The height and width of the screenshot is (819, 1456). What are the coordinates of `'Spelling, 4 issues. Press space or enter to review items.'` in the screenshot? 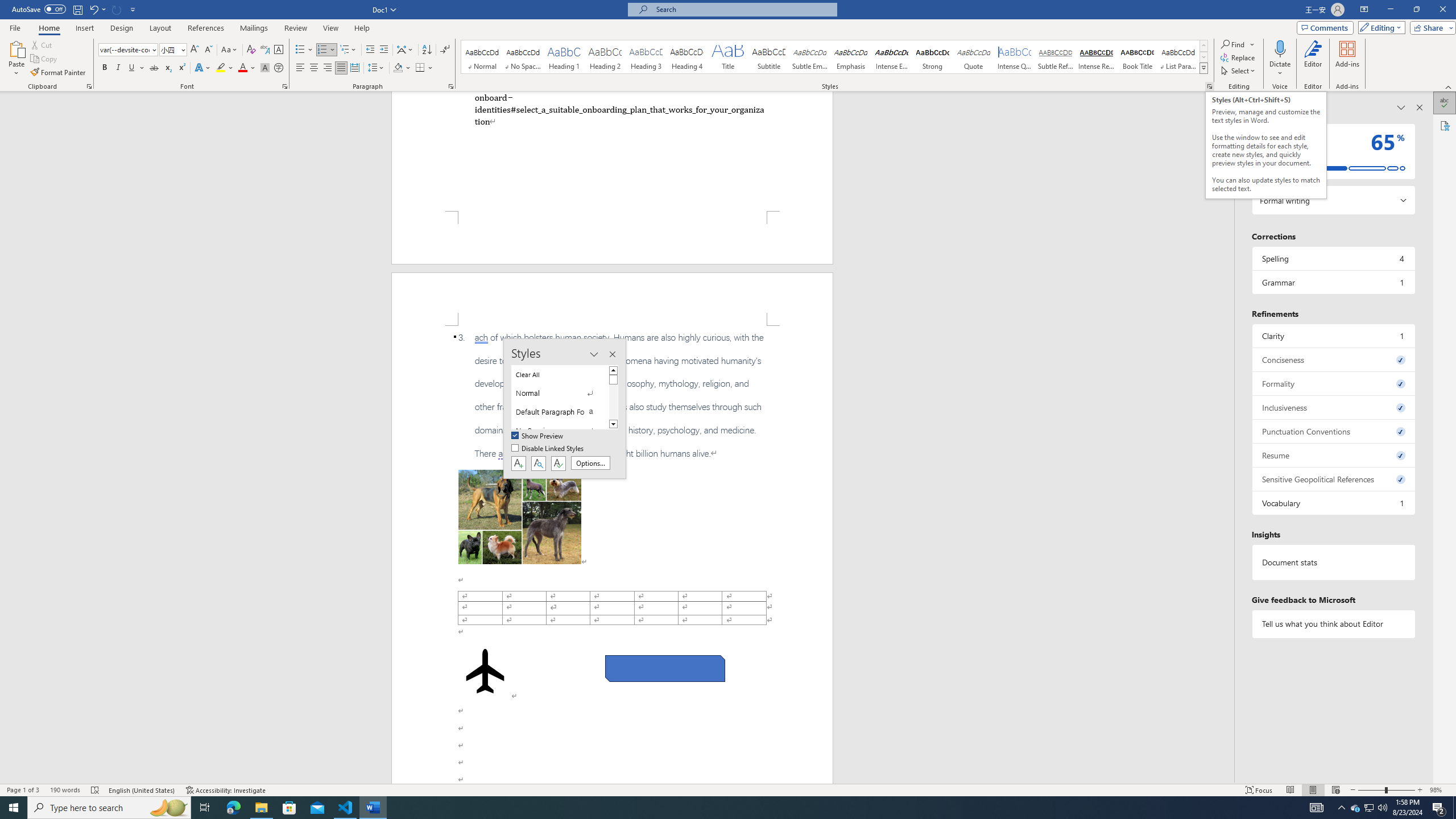 It's located at (1333, 258).